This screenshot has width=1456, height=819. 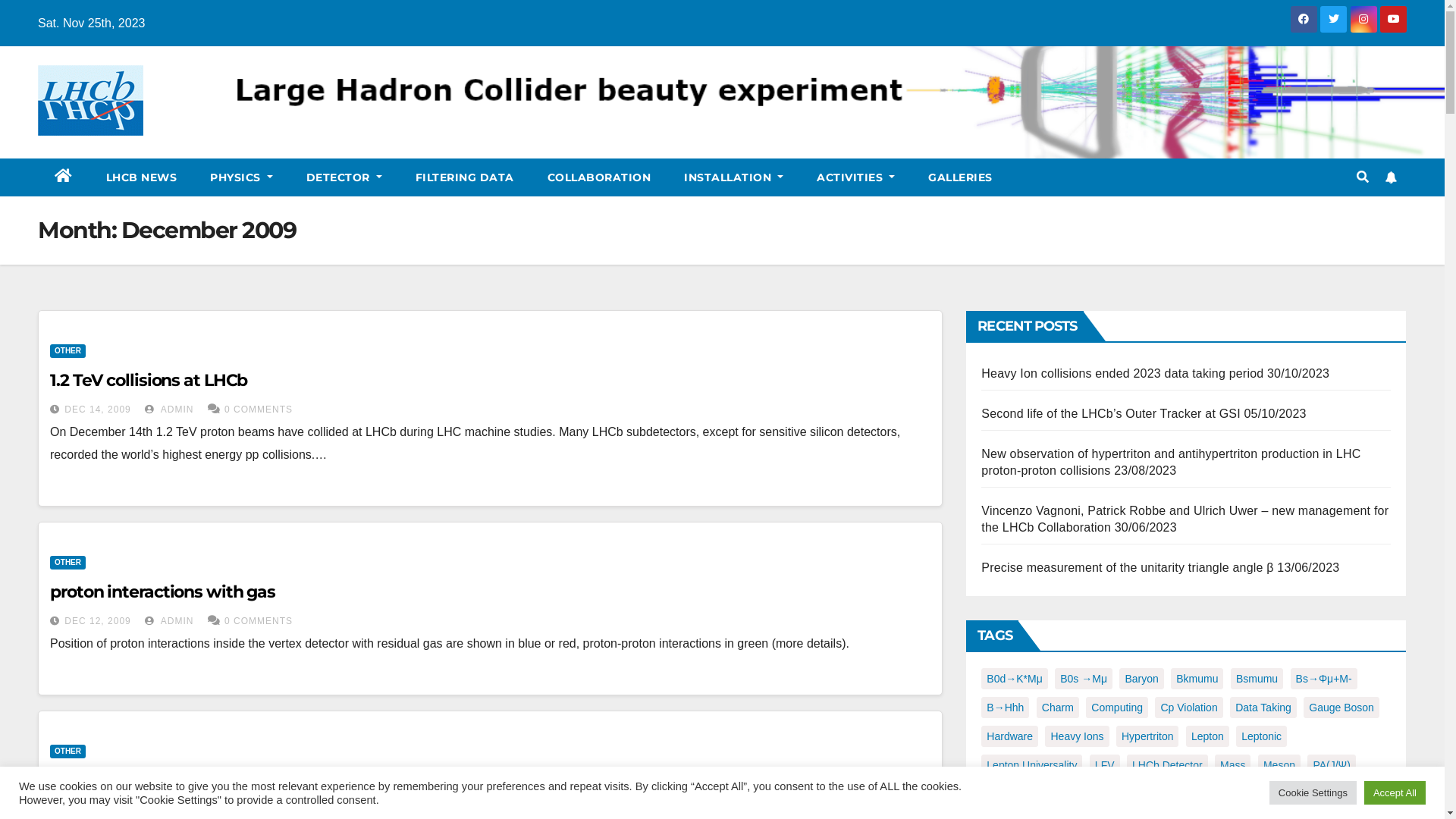 I want to click on 'COLLABORATION', so click(x=598, y=177).